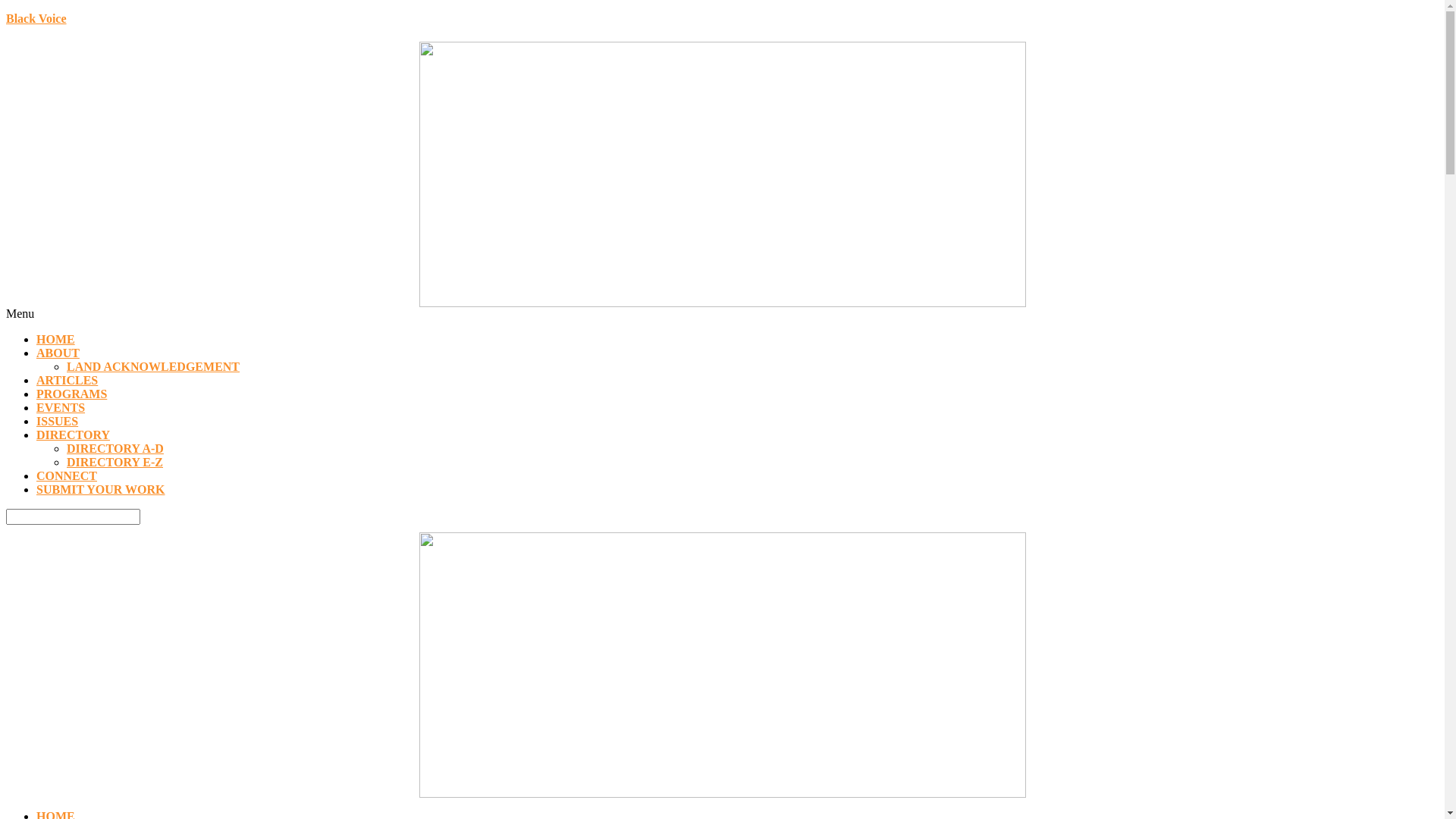  I want to click on 'PROGRAMS', so click(36, 393).